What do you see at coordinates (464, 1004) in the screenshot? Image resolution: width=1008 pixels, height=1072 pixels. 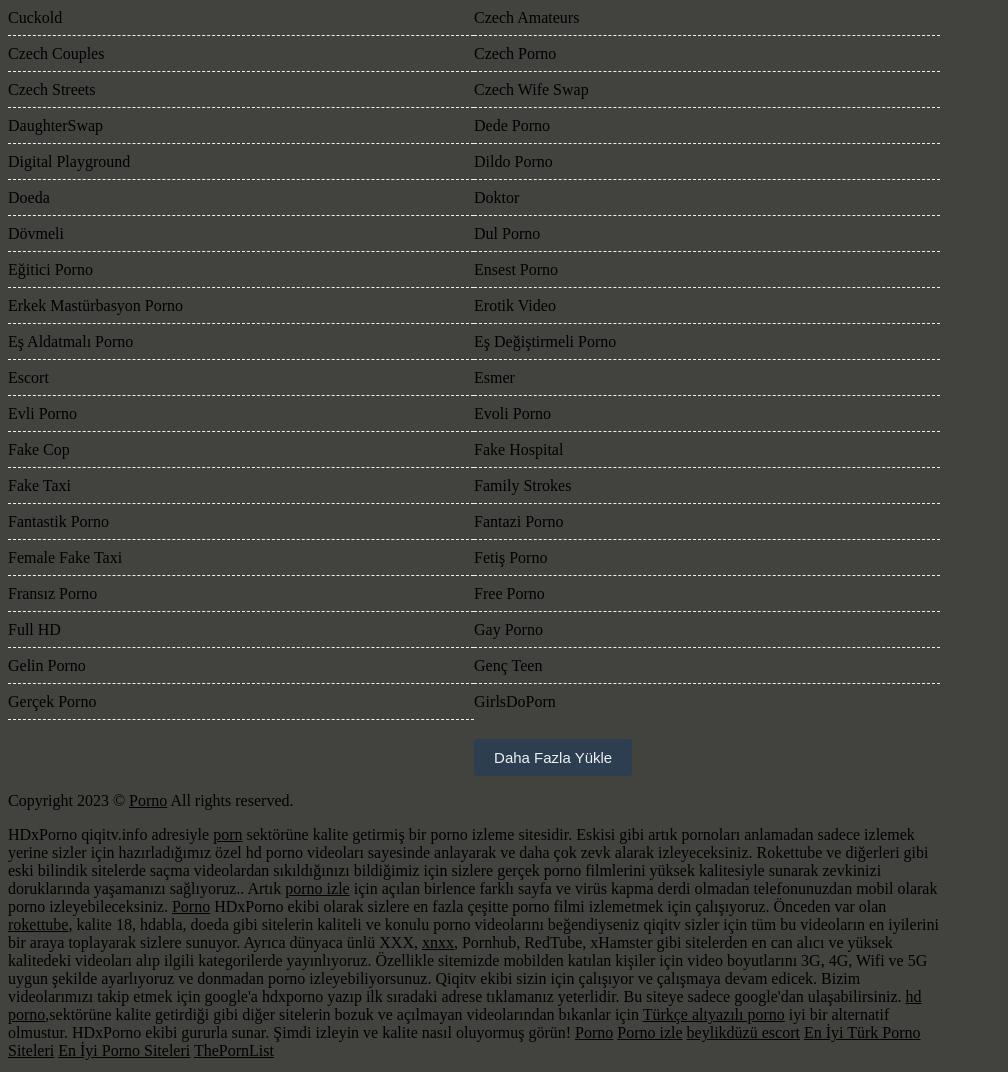 I see `'hd porno'` at bounding box center [464, 1004].